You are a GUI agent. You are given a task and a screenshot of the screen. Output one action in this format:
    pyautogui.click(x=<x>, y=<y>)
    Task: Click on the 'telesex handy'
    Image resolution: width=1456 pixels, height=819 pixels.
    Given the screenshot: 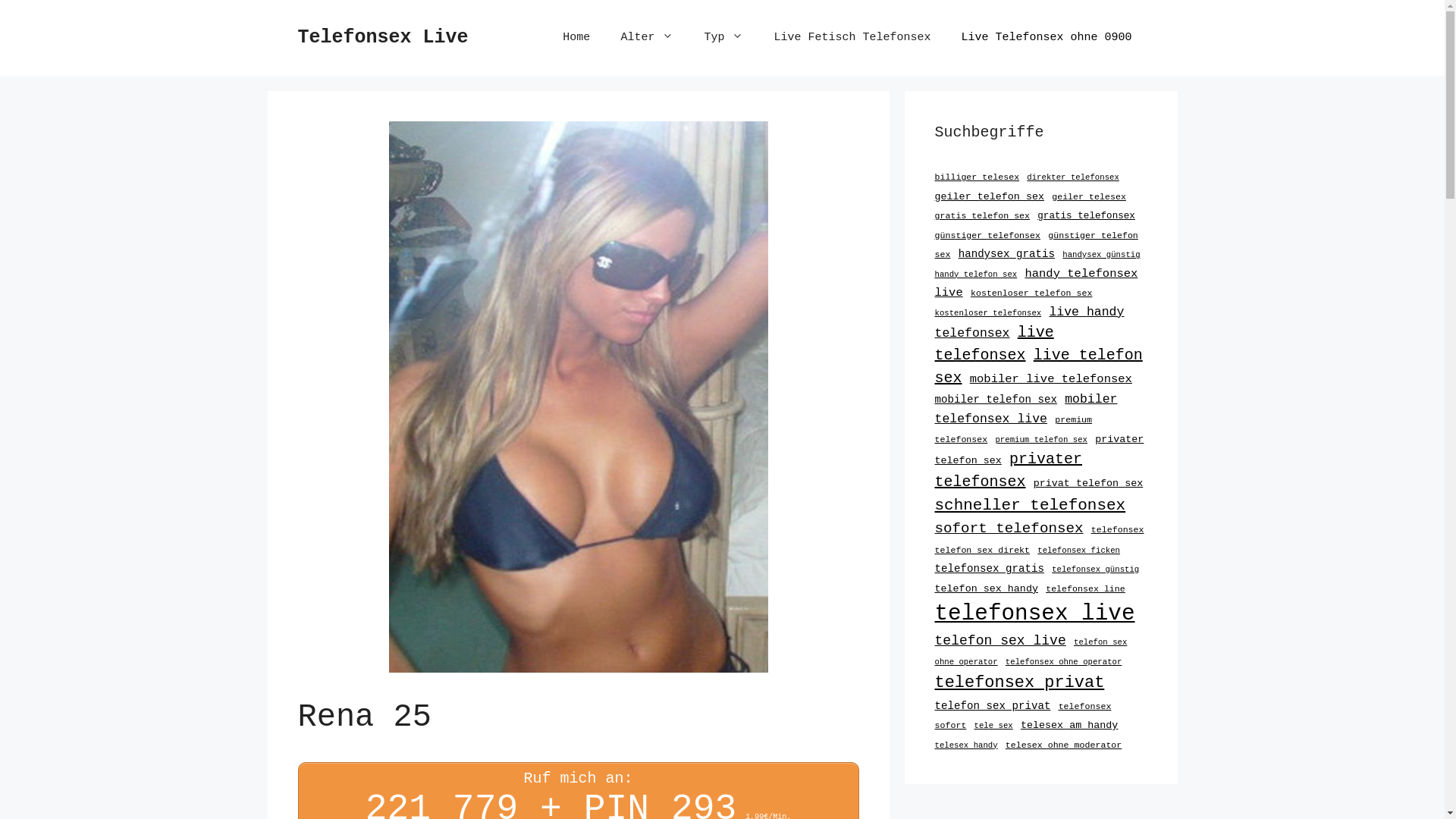 What is the action you would take?
    pyautogui.click(x=965, y=745)
    